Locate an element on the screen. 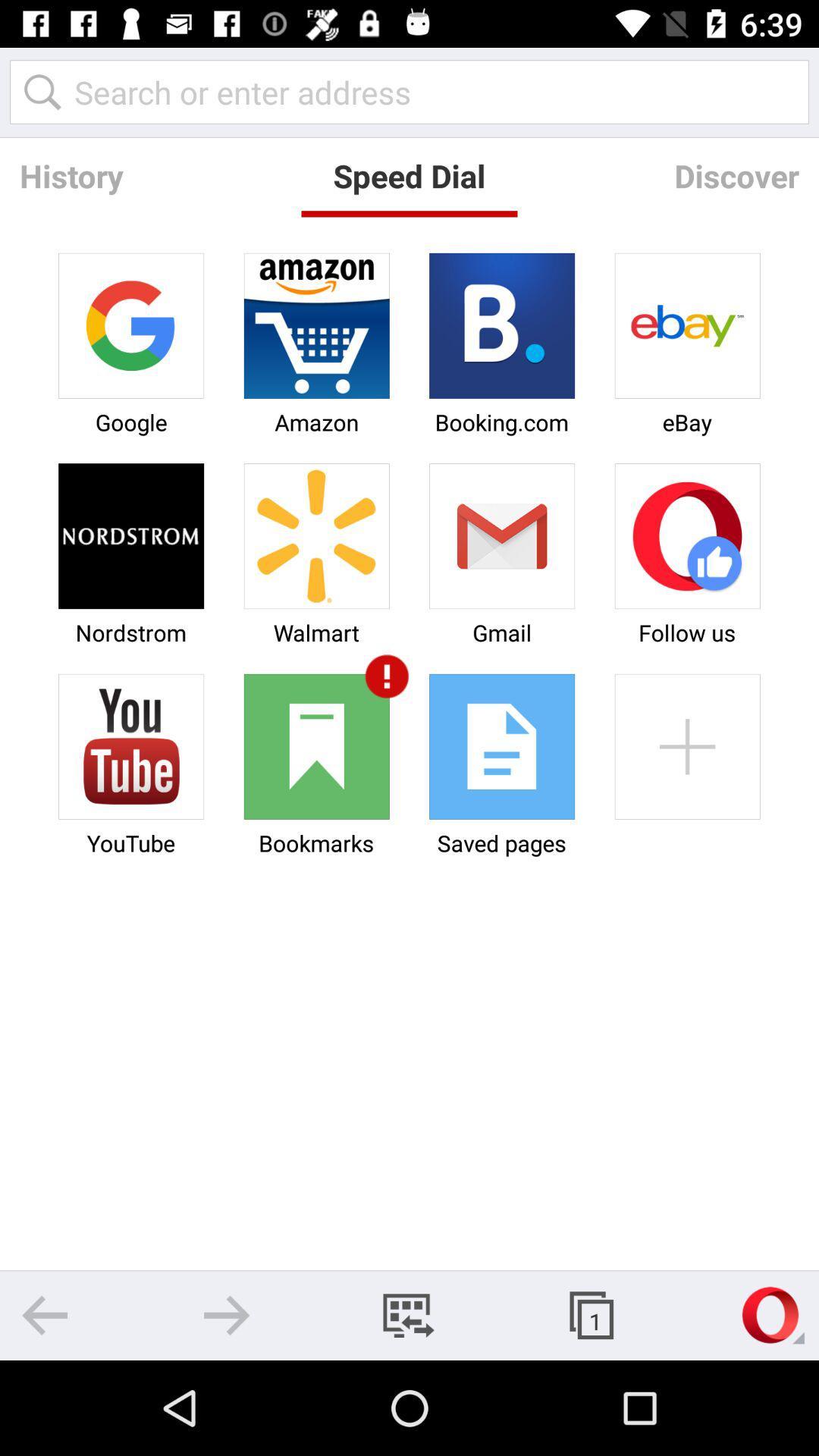 The image size is (819, 1456). the history icon is located at coordinates (71, 175).